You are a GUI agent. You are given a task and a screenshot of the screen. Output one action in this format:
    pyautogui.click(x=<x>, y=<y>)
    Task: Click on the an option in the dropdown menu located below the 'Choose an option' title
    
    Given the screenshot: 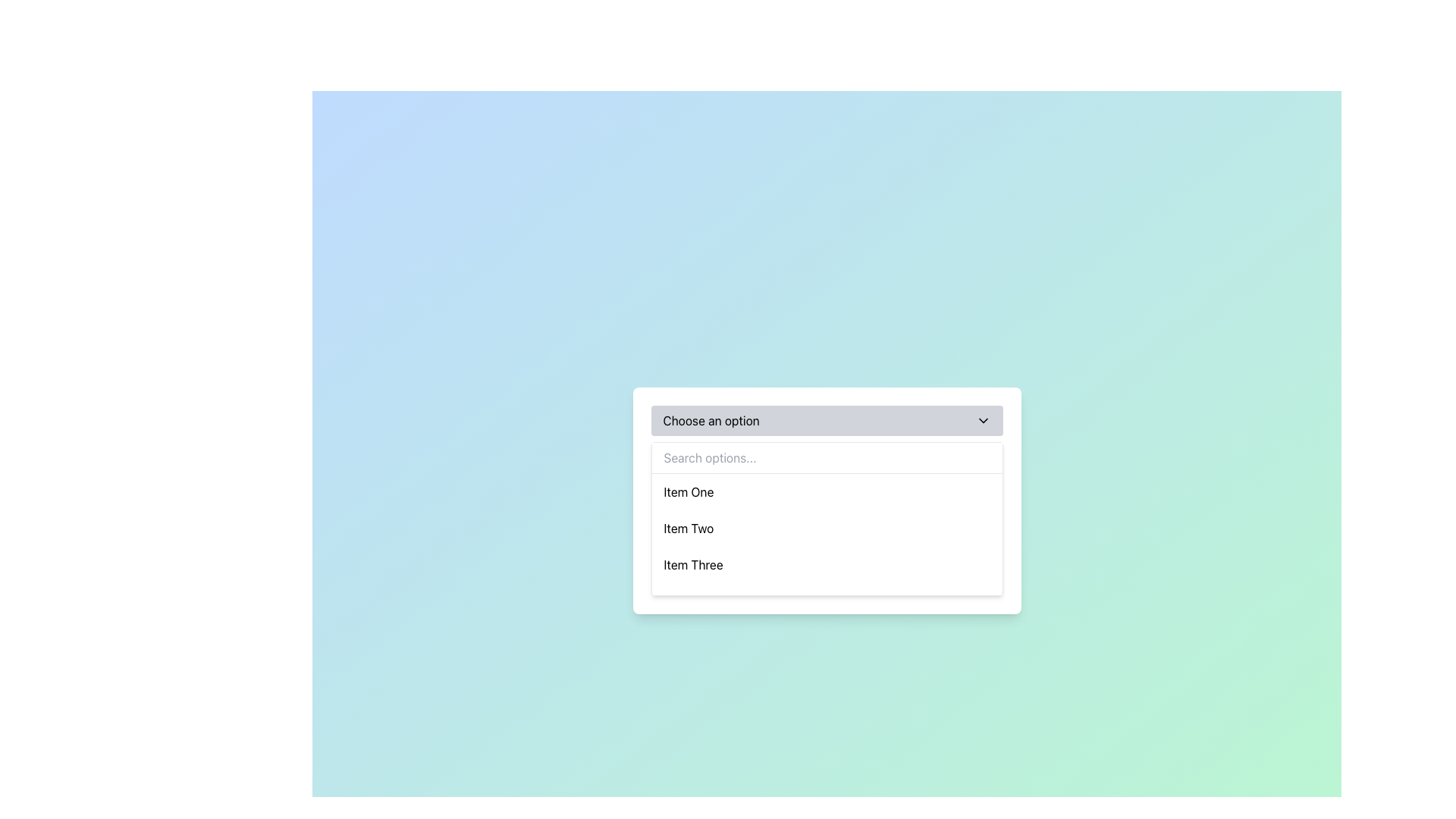 What is the action you would take?
    pyautogui.click(x=826, y=500)
    